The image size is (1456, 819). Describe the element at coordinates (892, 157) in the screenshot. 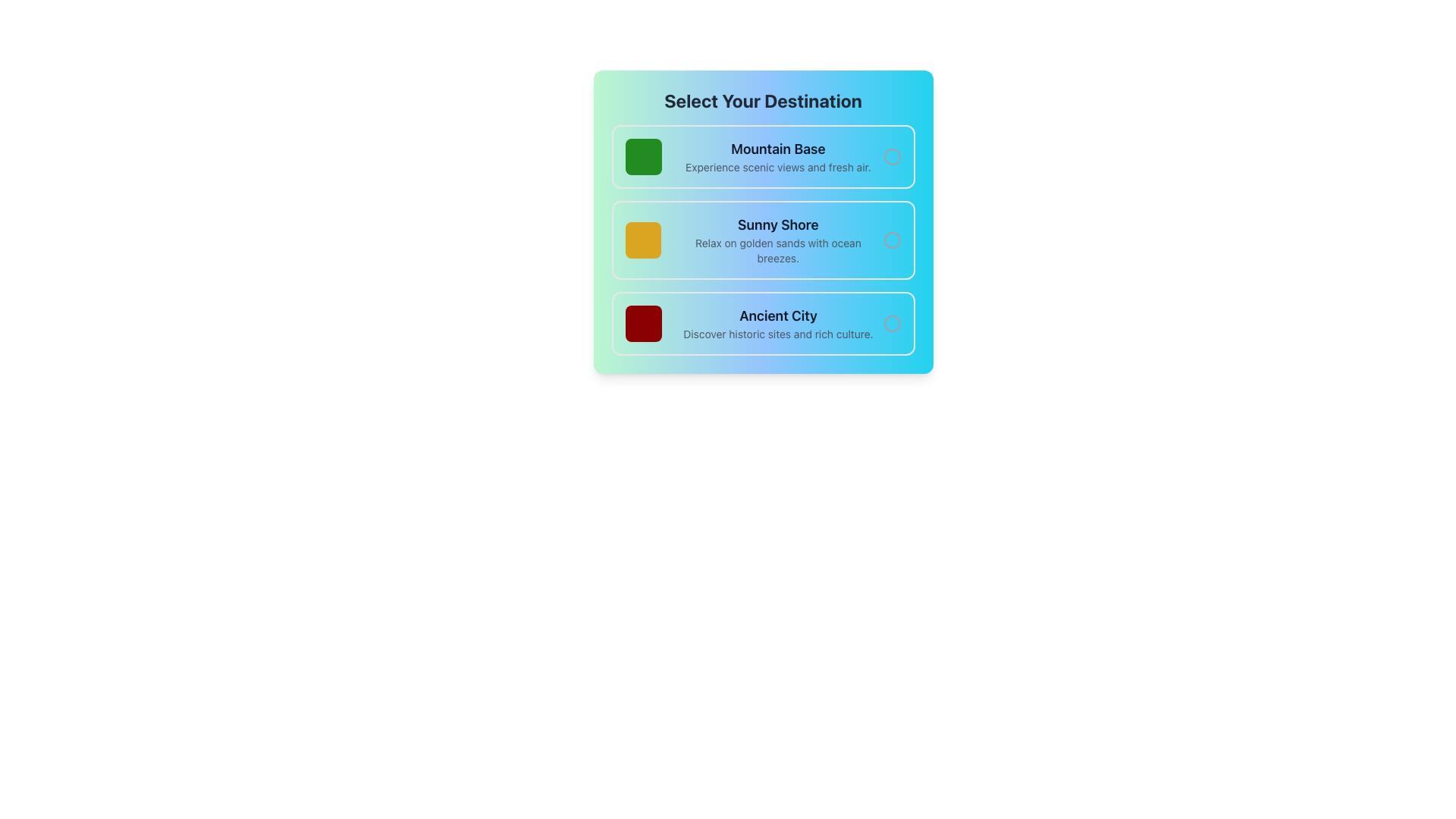

I see `the circular radio button for 'Mountain Base' located to the far right in the first row under the heading 'Select Your Destination.'` at that location.